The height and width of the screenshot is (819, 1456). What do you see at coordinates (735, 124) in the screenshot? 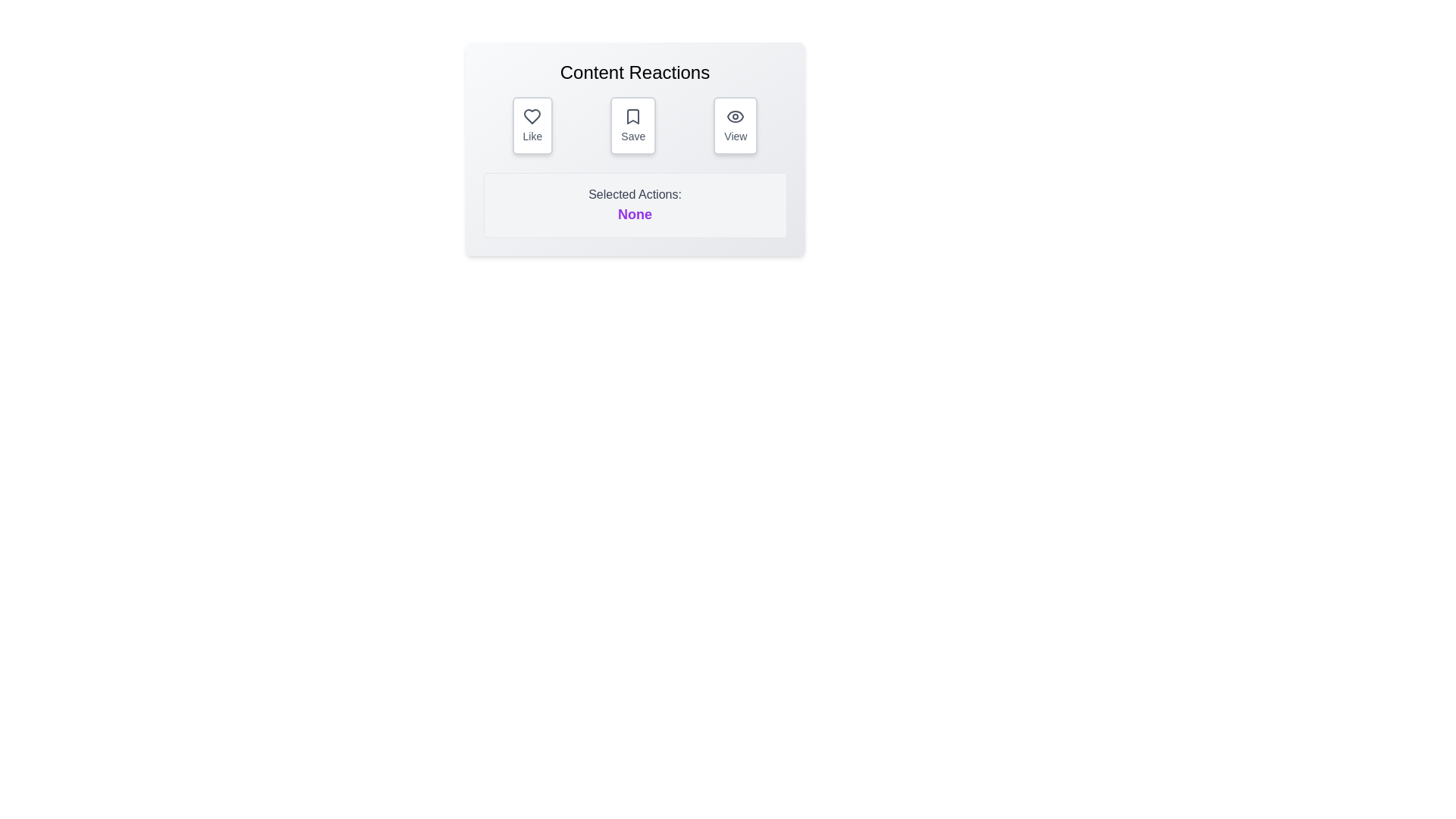
I see `the View button to trigger its action` at bounding box center [735, 124].